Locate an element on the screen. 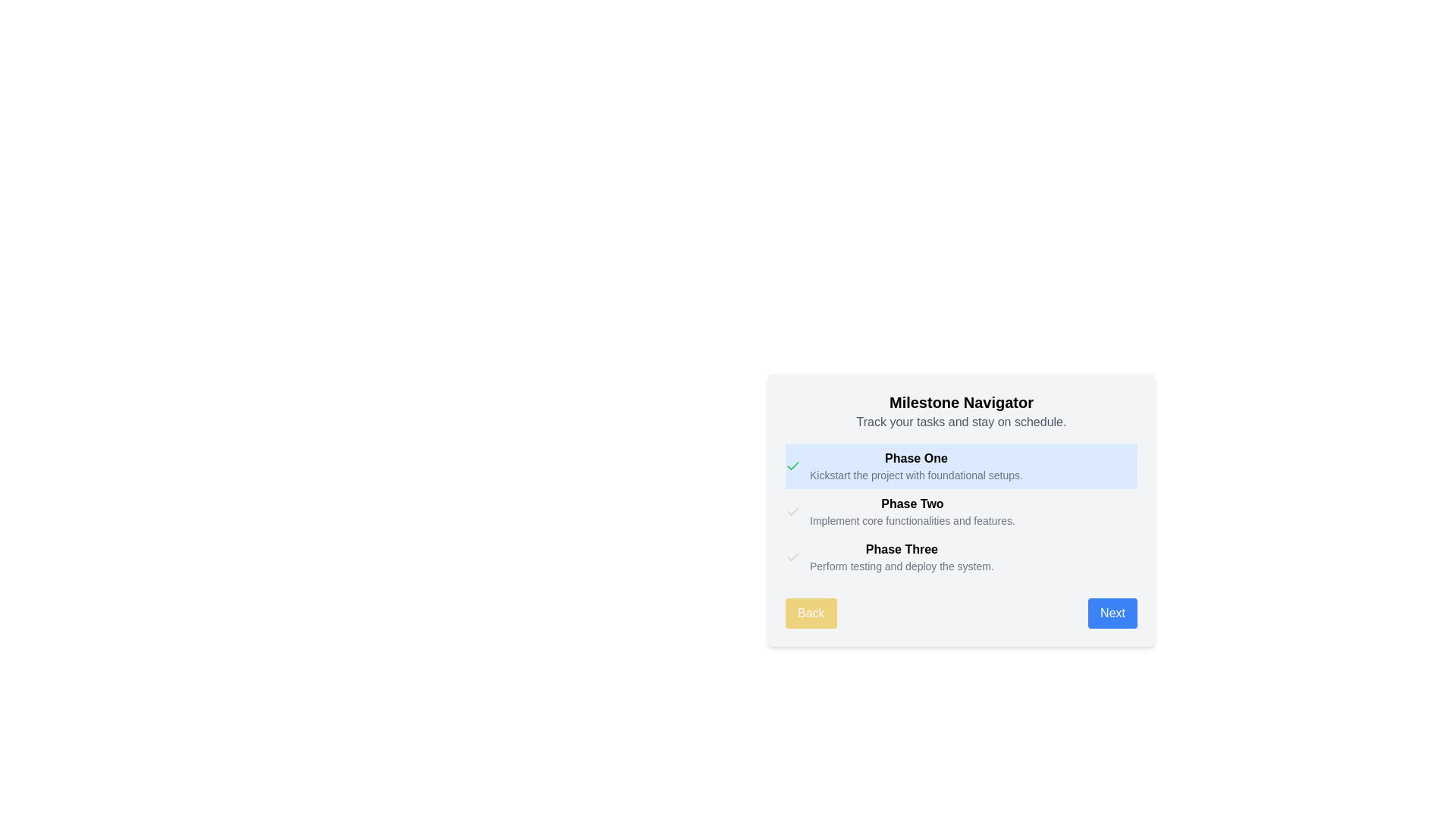 The width and height of the screenshot is (1456, 819). text label that serves as the title for the 'Milestone Navigator' feature, located at the center of the dialog box is located at coordinates (960, 402).